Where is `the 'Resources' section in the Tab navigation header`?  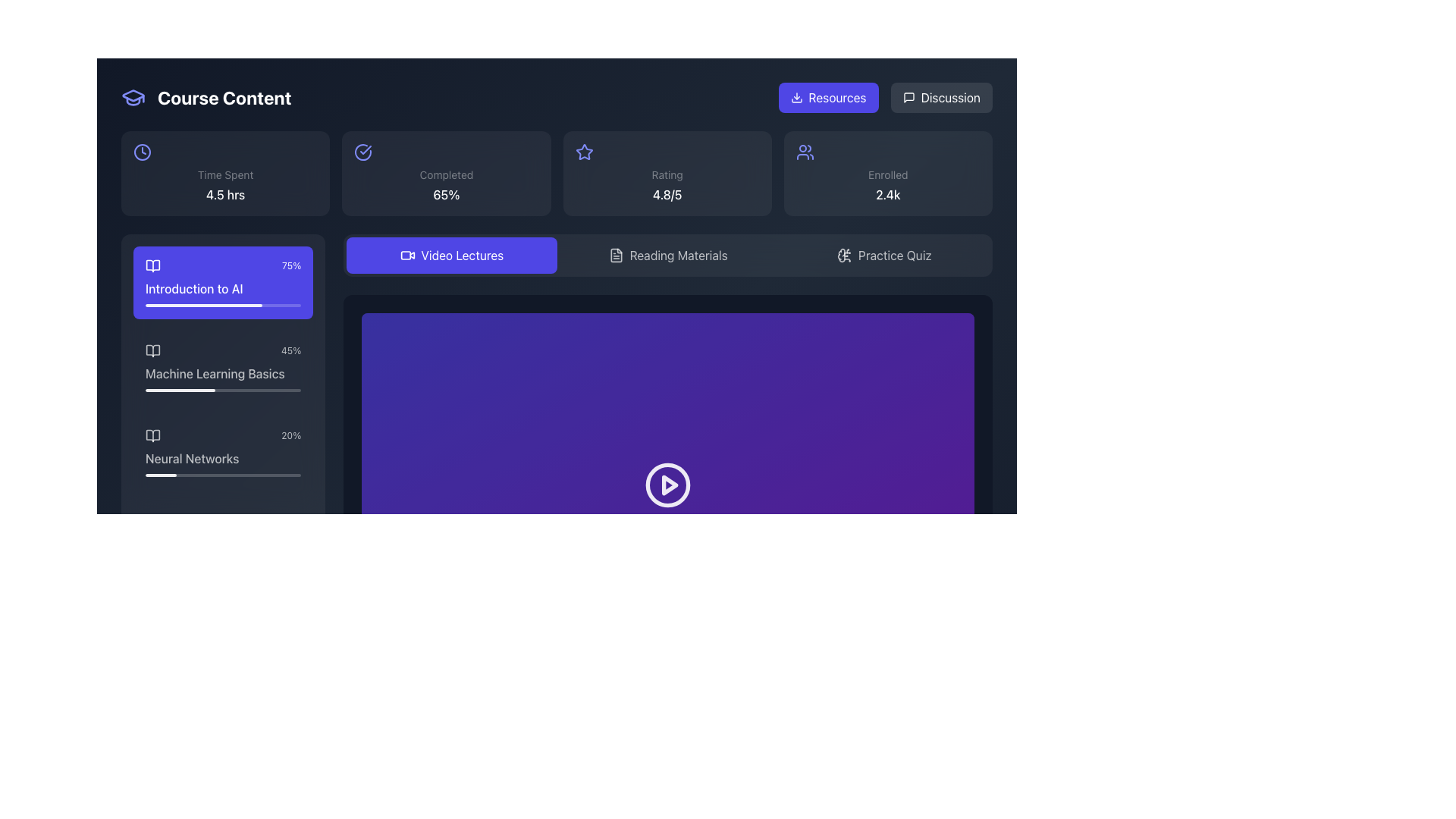
the 'Resources' section in the Tab navigation header is located at coordinates (885, 97).